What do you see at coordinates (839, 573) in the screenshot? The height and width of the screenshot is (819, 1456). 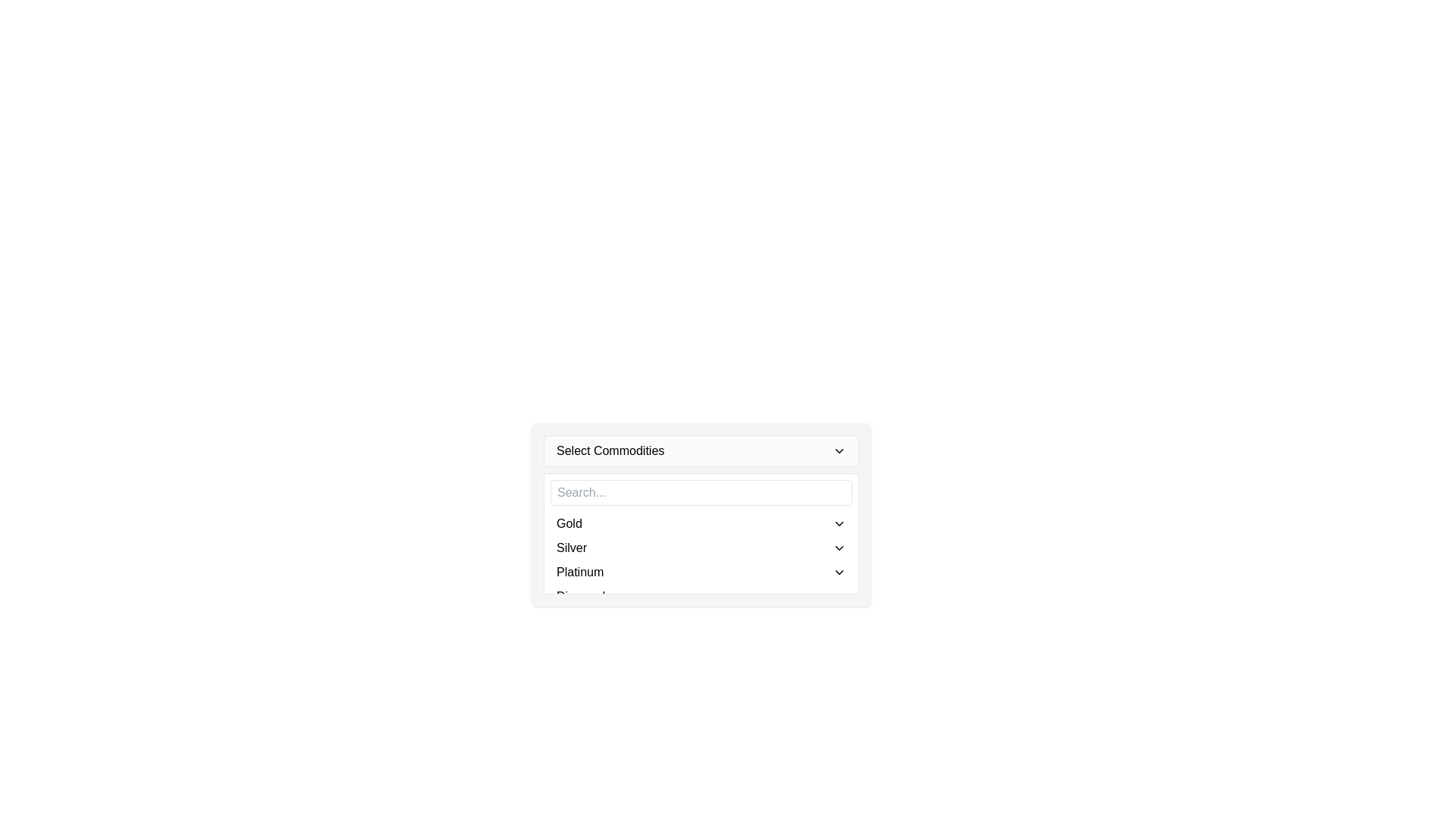 I see `the dropdown indicator icon located in the bottom right corner of the 'Platinum' row` at bounding box center [839, 573].